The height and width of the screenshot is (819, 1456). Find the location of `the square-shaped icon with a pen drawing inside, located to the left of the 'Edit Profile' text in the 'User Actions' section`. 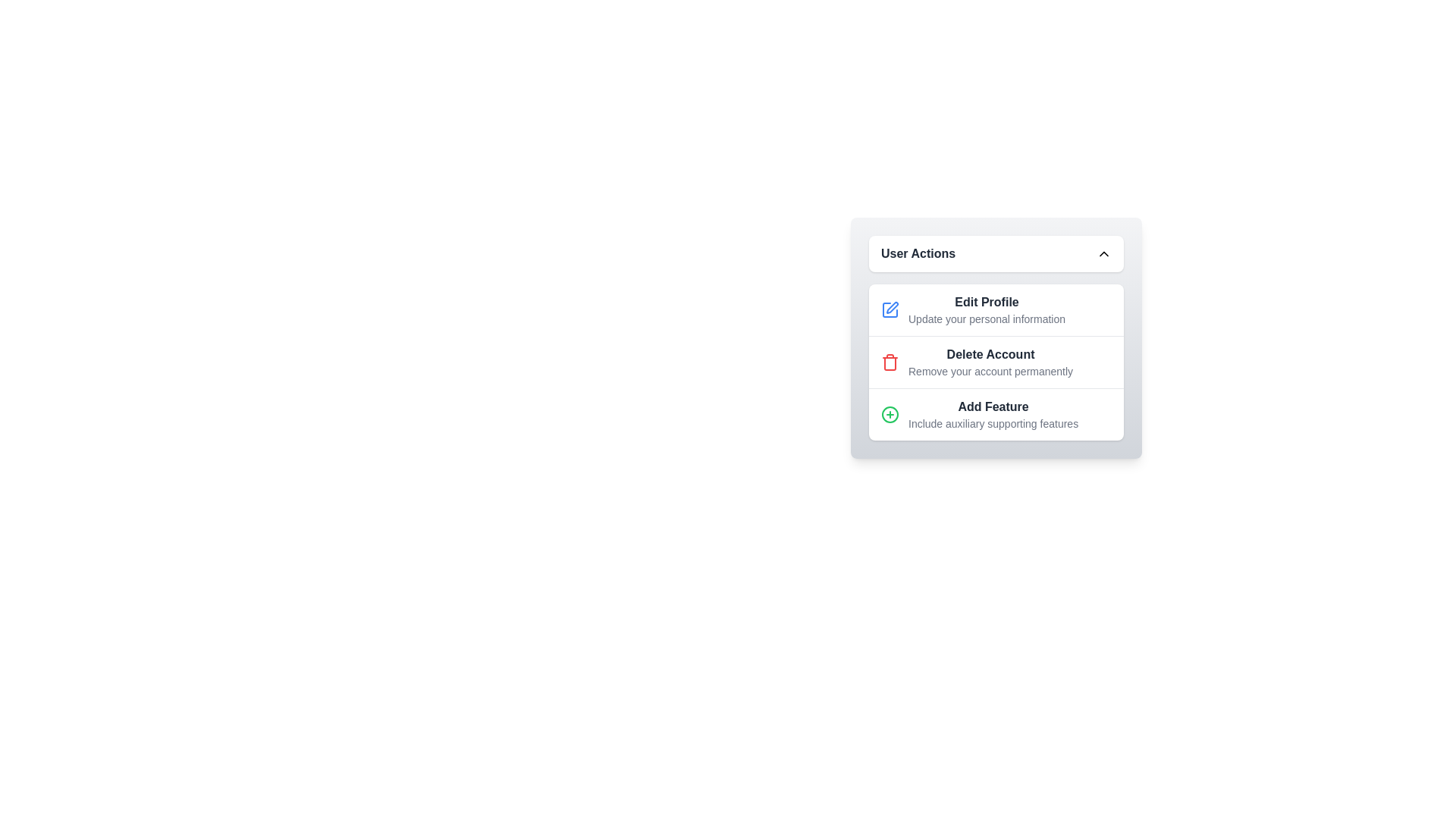

the square-shaped icon with a pen drawing inside, located to the left of the 'Edit Profile' text in the 'User Actions' section is located at coordinates (890, 309).